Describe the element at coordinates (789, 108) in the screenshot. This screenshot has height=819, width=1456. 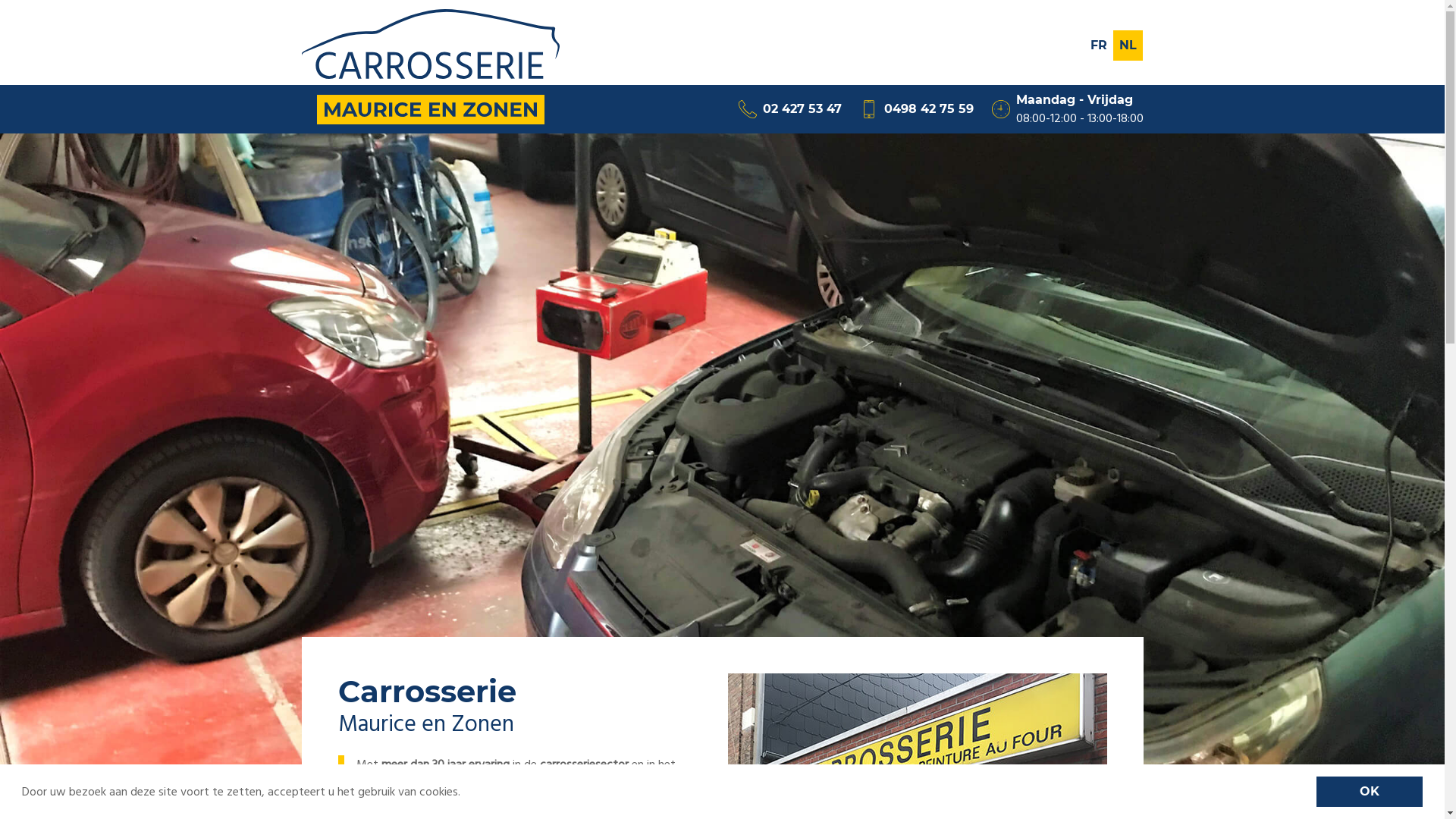
I see `'02 427 53 47'` at that location.